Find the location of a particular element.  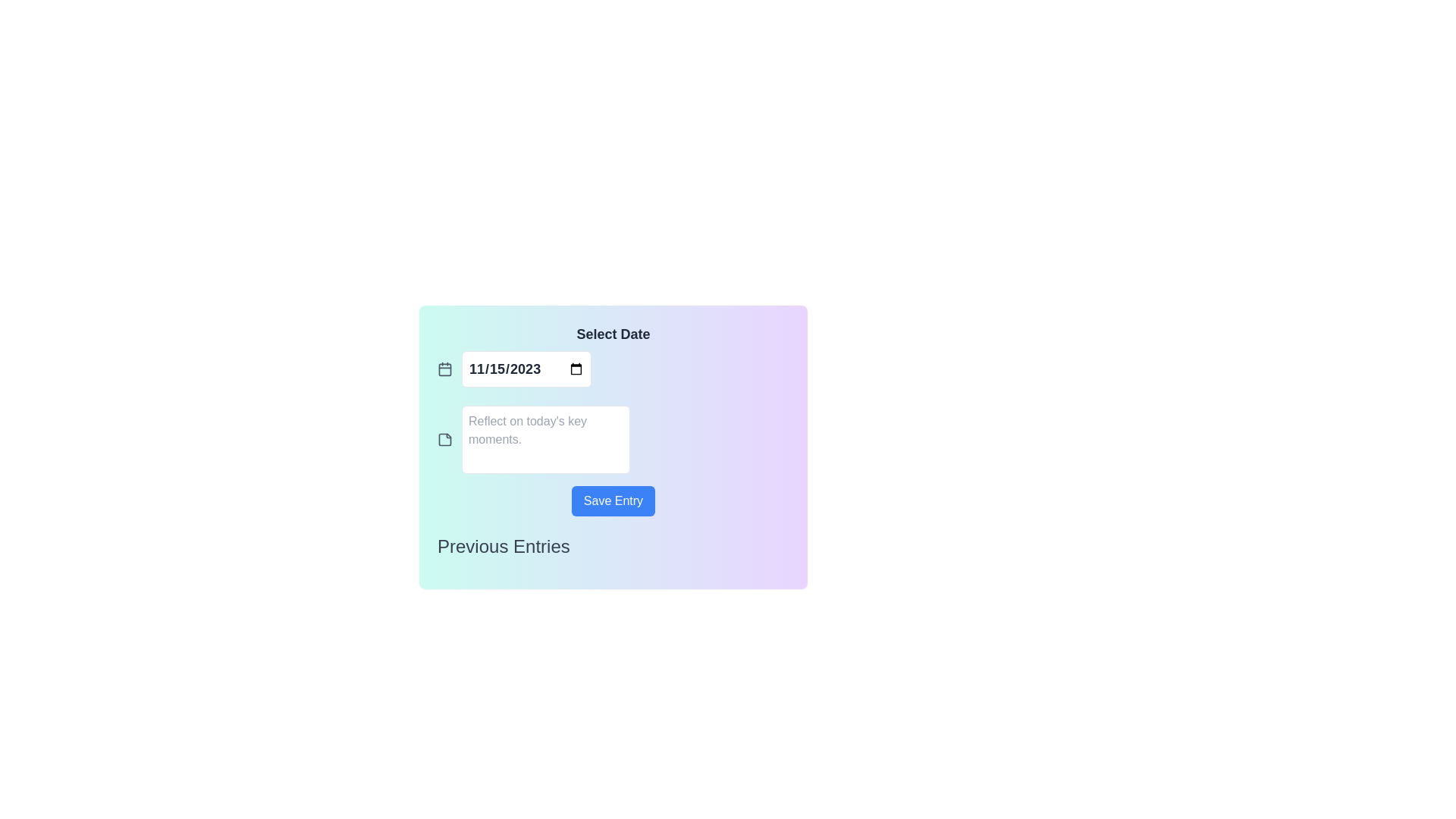

the Input (Date) element positioned to the right of a calendar icon is located at coordinates (526, 369).